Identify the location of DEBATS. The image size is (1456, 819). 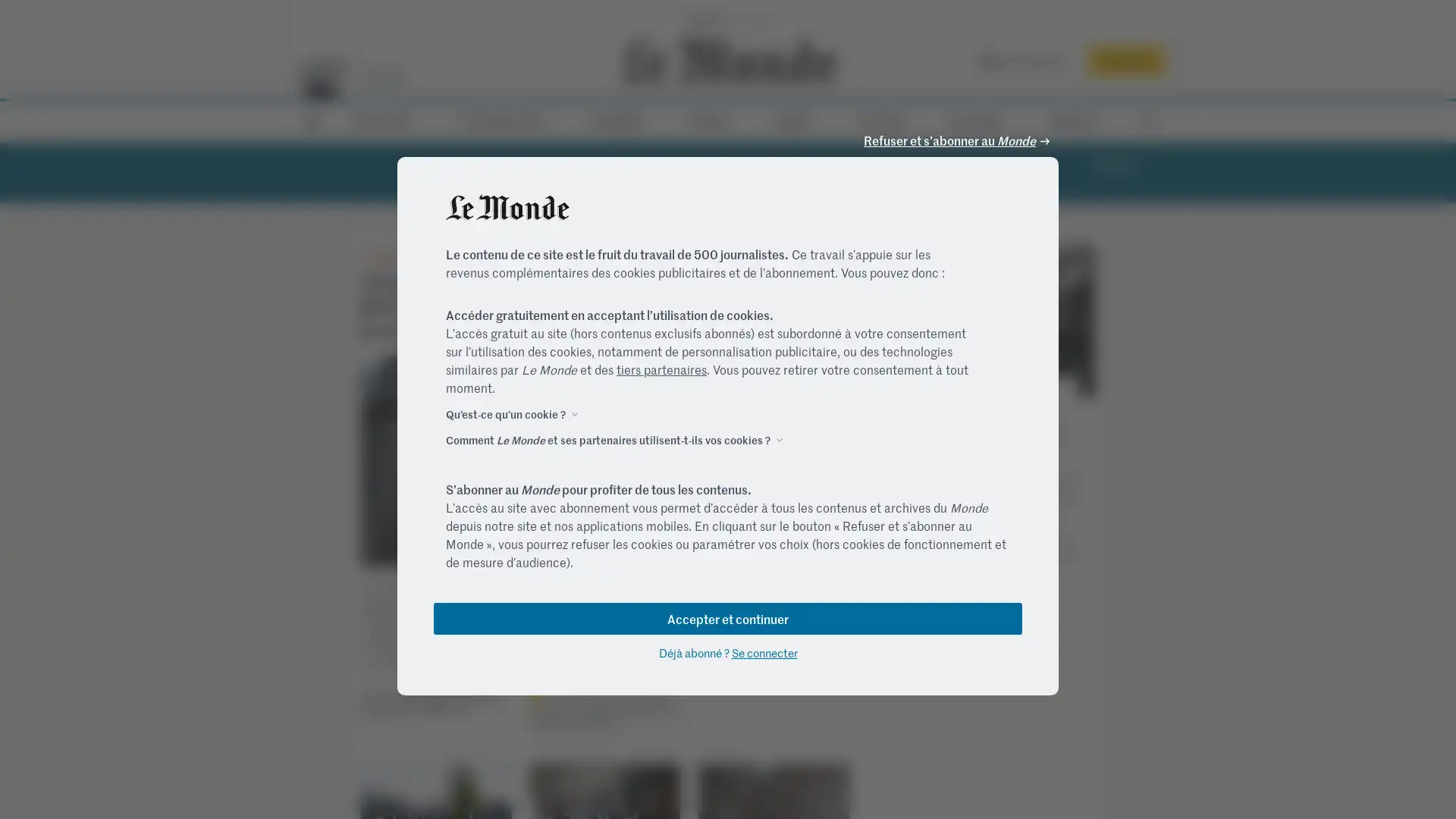
(799, 120).